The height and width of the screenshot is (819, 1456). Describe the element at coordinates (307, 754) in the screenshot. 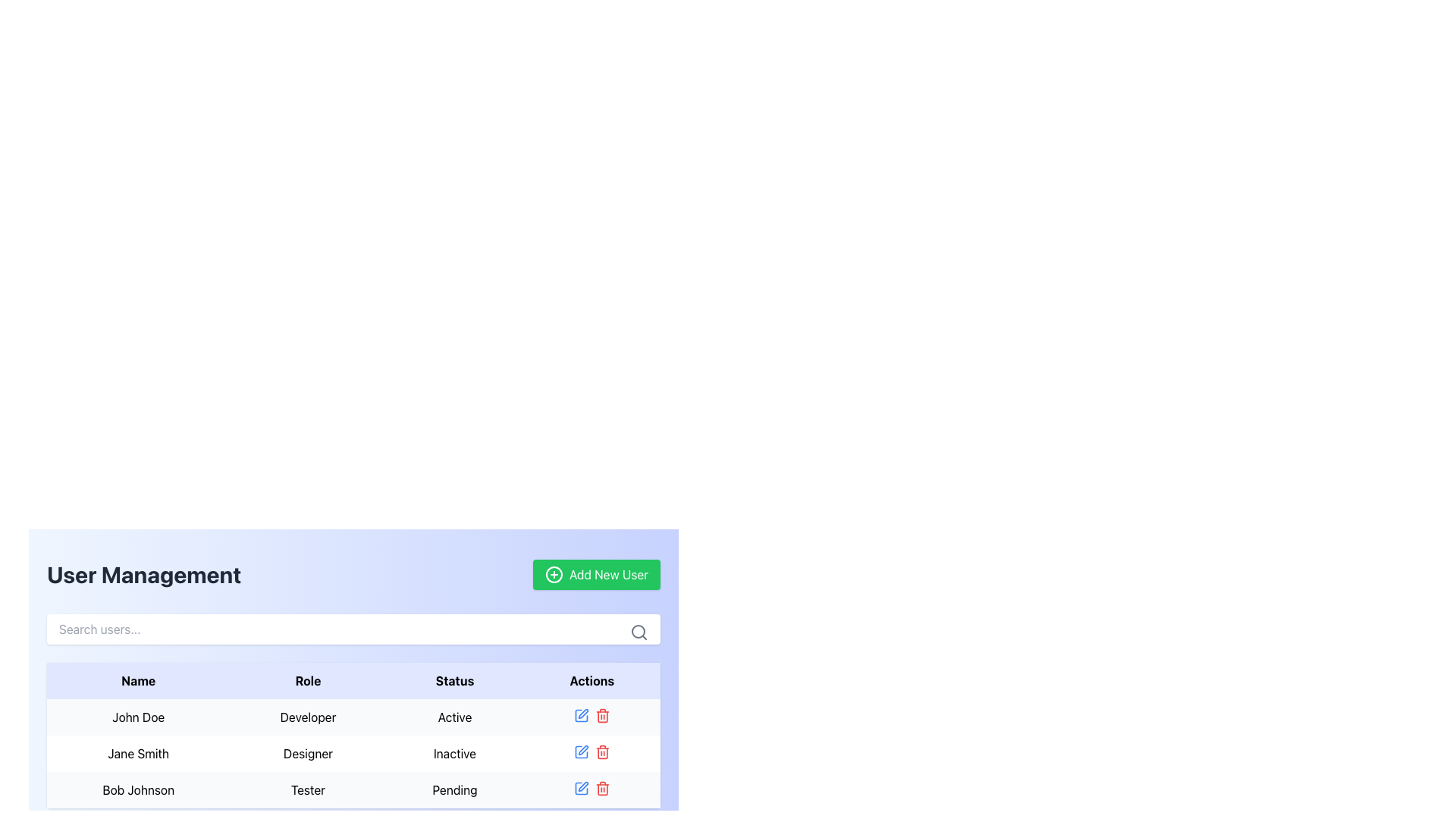

I see `the static text label that identifies 'Jane Smith' as 'Designer' in the 'Role' column of the table` at that location.